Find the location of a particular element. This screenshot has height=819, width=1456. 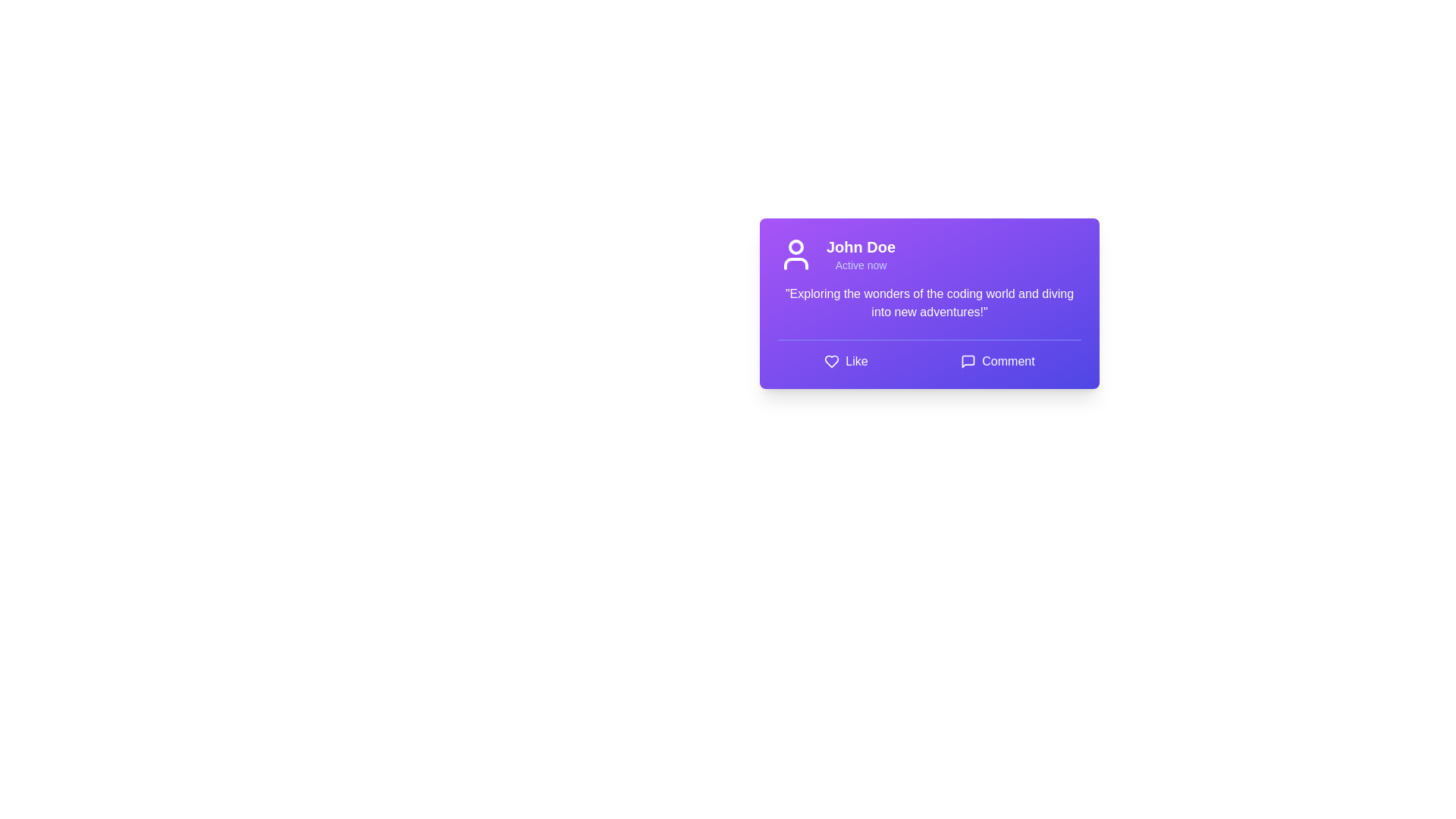

the heart-shaped icon located at the bottom left corner of the card is located at coordinates (831, 362).